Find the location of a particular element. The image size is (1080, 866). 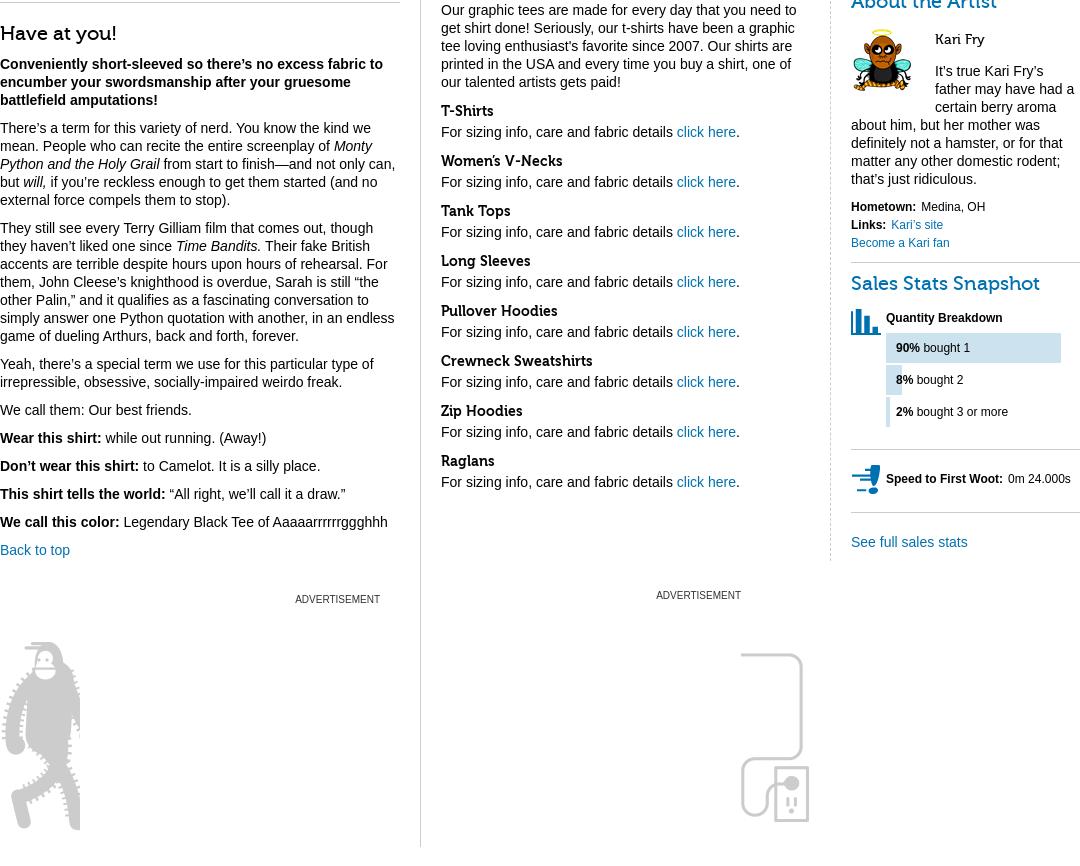

'Monty Python and the Holy Grail' is located at coordinates (185, 155).